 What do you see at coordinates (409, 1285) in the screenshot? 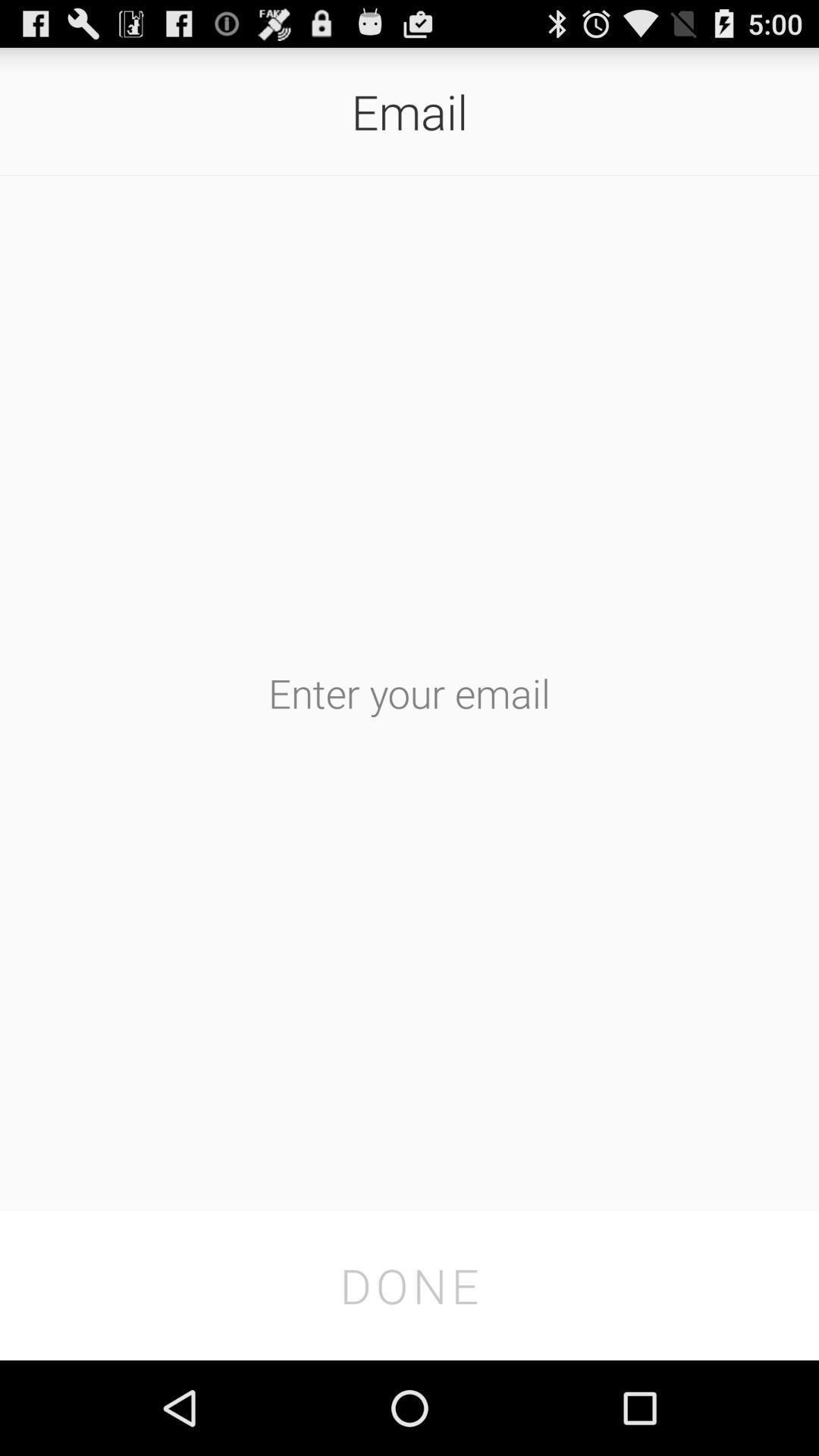
I see `done icon` at bounding box center [409, 1285].